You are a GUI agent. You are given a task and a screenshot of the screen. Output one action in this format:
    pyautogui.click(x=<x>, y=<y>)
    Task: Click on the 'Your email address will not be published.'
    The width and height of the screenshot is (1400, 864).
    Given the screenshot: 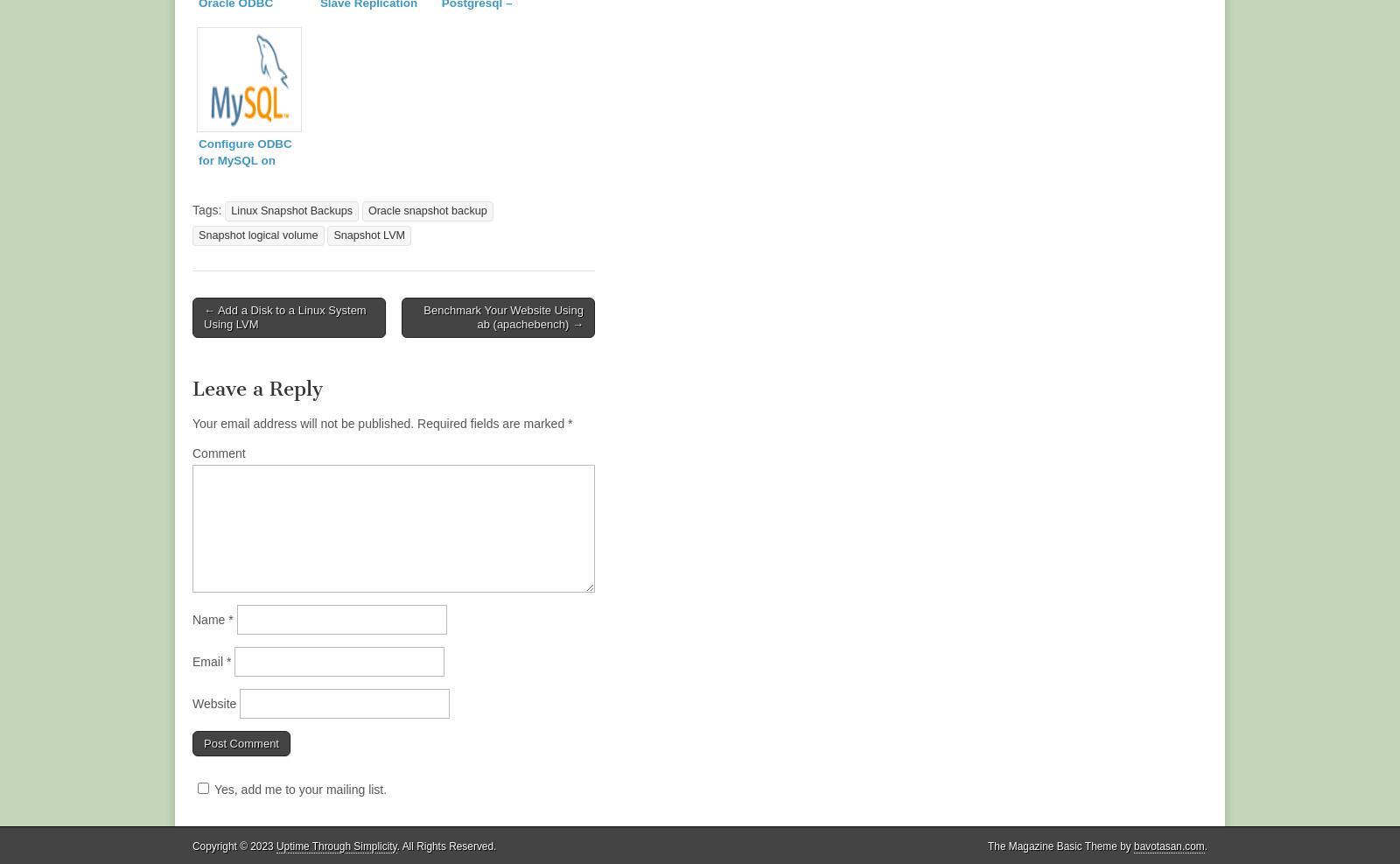 What is the action you would take?
    pyautogui.click(x=192, y=423)
    